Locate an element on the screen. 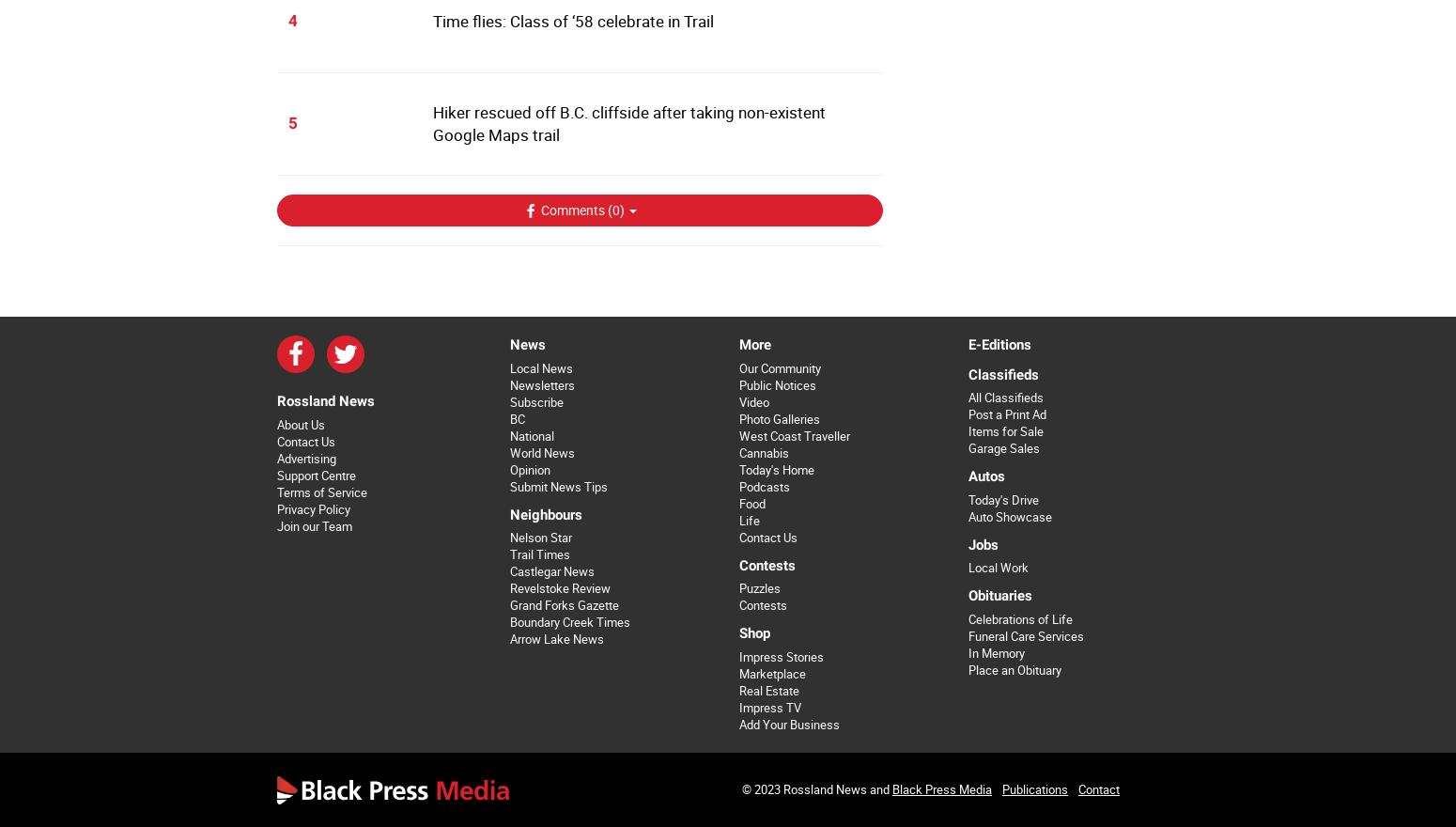  ')' is located at coordinates (623, 209).